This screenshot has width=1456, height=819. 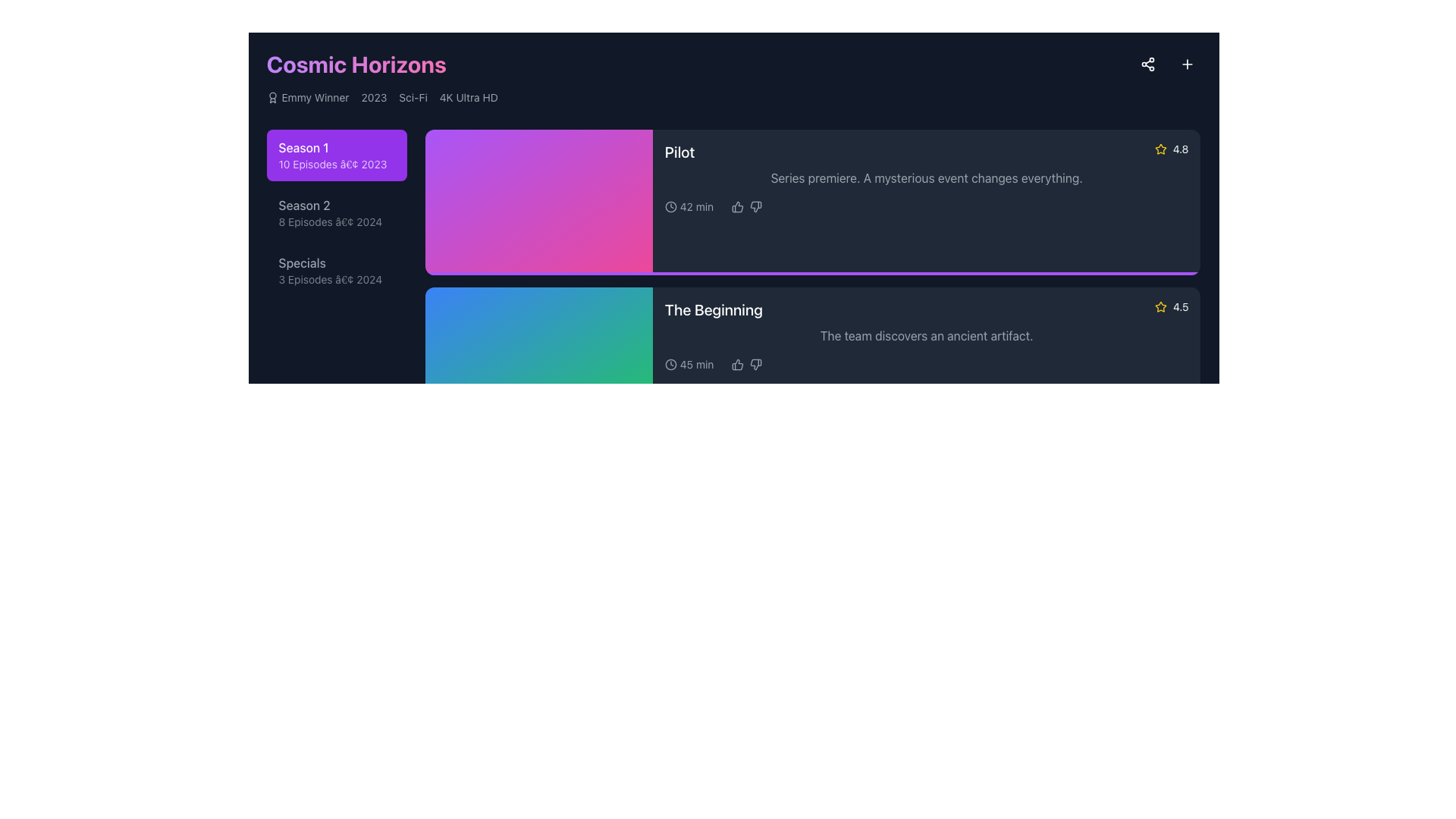 I want to click on the text element that provides descriptive details about the Specials section, which includes the number of episodes available and the associated year, located under the 'Specials' title, so click(x=336, y=280).